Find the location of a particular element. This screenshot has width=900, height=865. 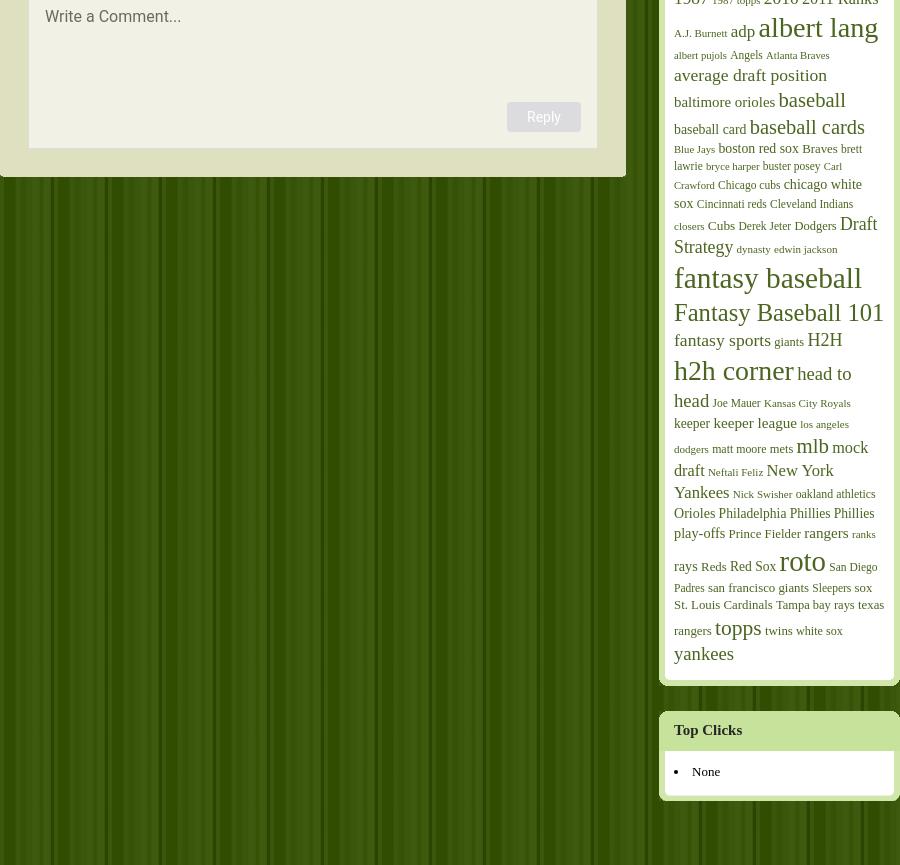

'Prince Fielder' is located at coordinates (763, 532).